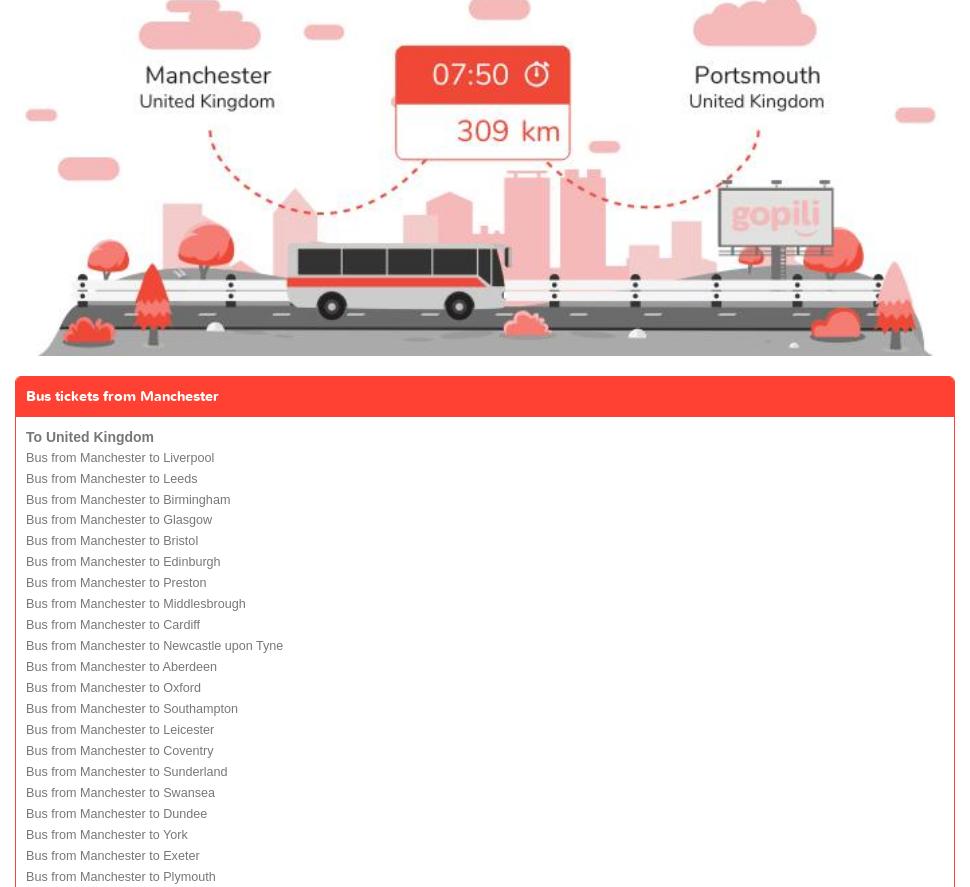  I want to click on 'Bus from Manchester to Leicester', so click(119, 730).